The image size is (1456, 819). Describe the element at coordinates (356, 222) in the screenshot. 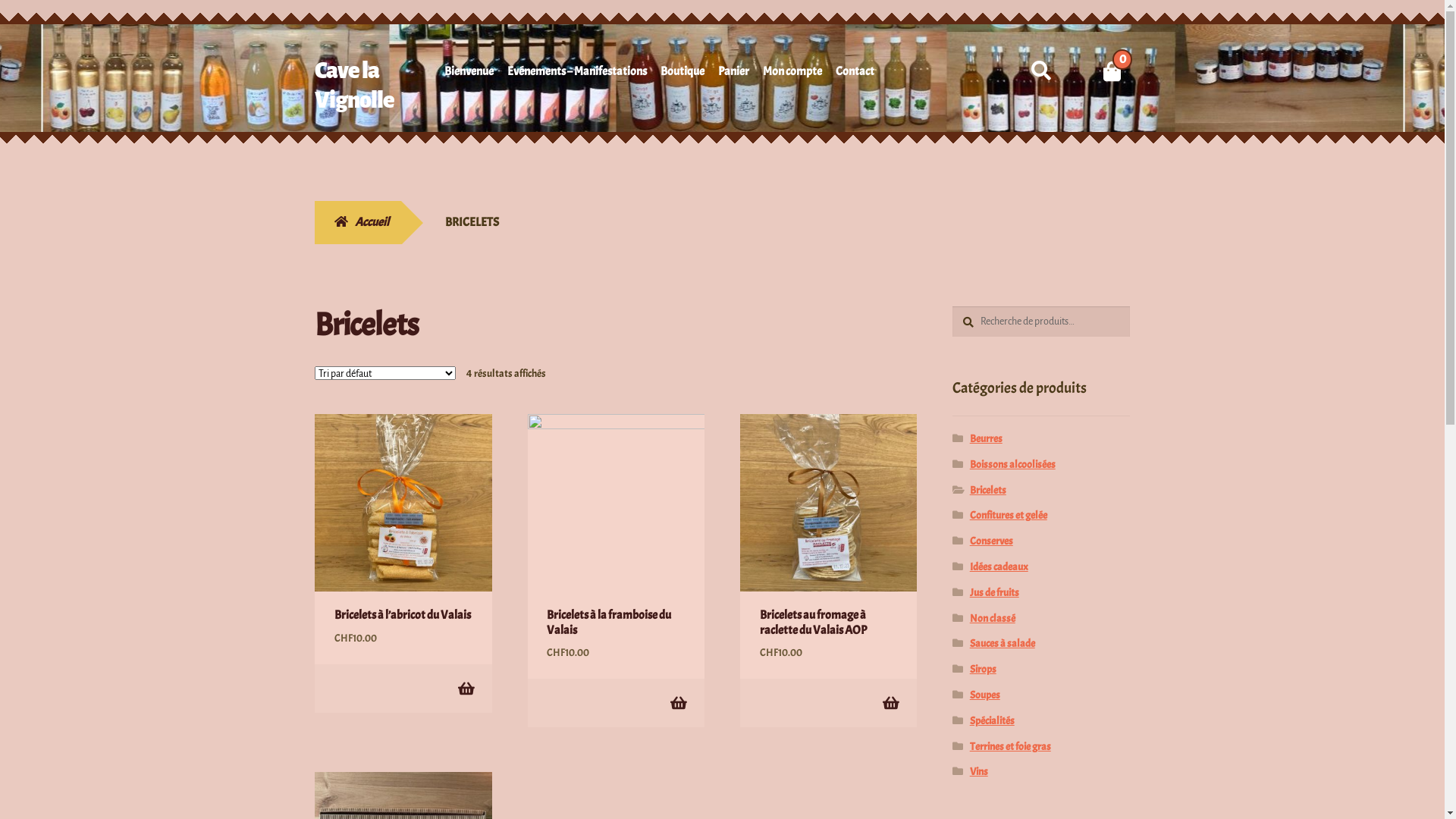

I see `'Accueil'` at that location.